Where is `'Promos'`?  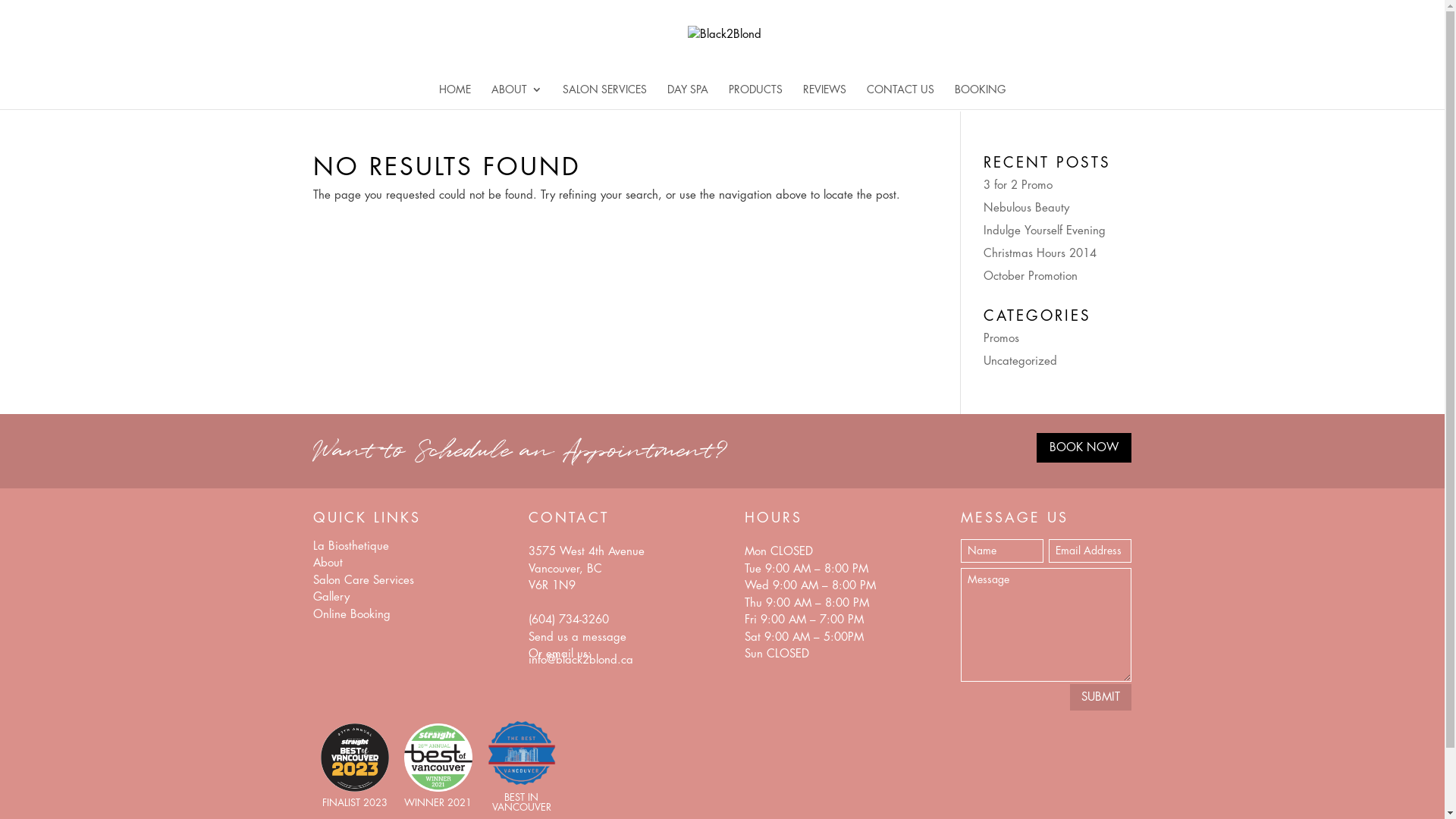
'Promos' is located at coordinates (983, 337).